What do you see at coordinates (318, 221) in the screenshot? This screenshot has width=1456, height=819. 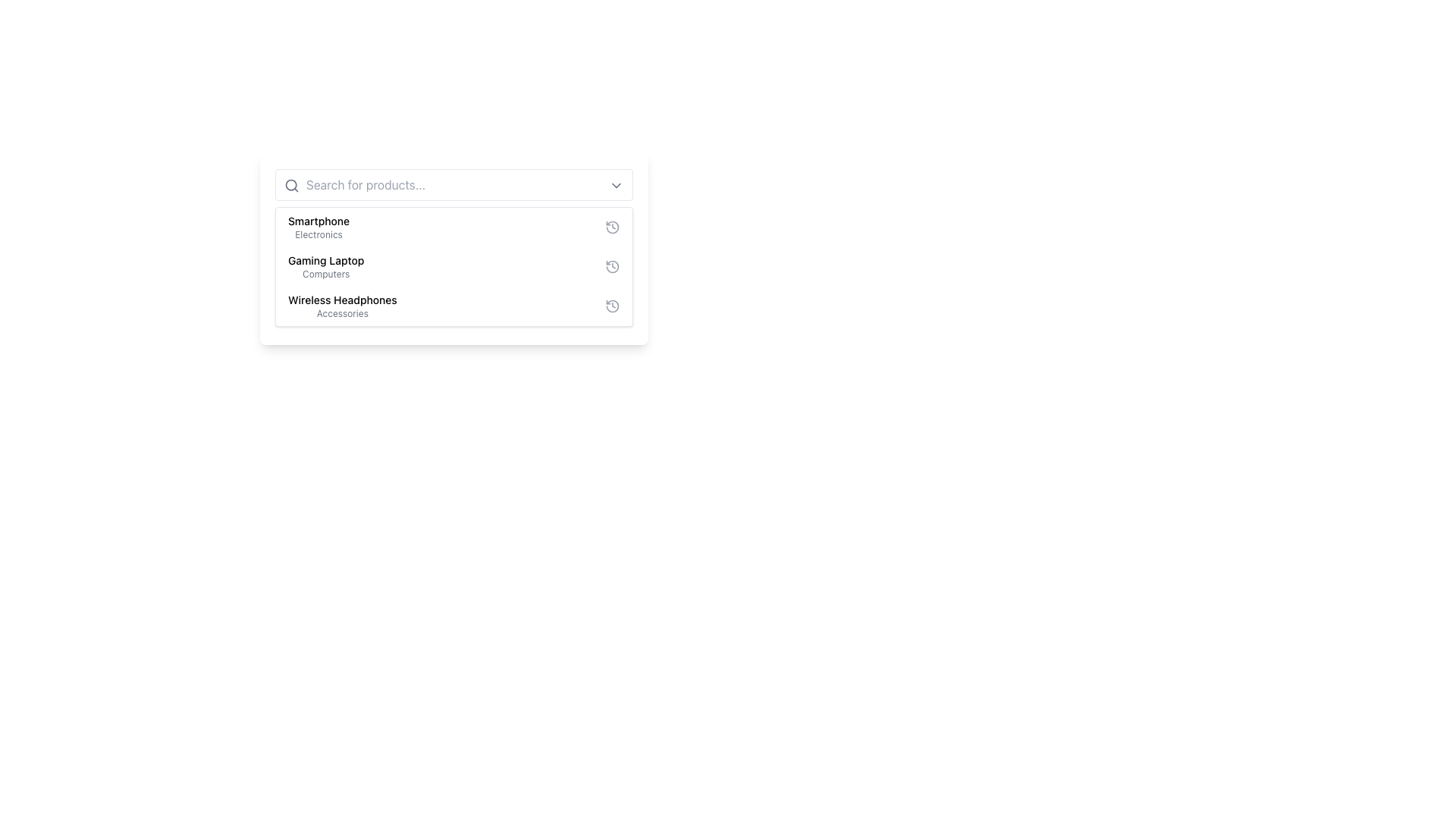 I see `the text label displaying 'Smartphone', which is the first item in the dropdown menu above the text 'Electronics'` at bounding box center [318, 221].